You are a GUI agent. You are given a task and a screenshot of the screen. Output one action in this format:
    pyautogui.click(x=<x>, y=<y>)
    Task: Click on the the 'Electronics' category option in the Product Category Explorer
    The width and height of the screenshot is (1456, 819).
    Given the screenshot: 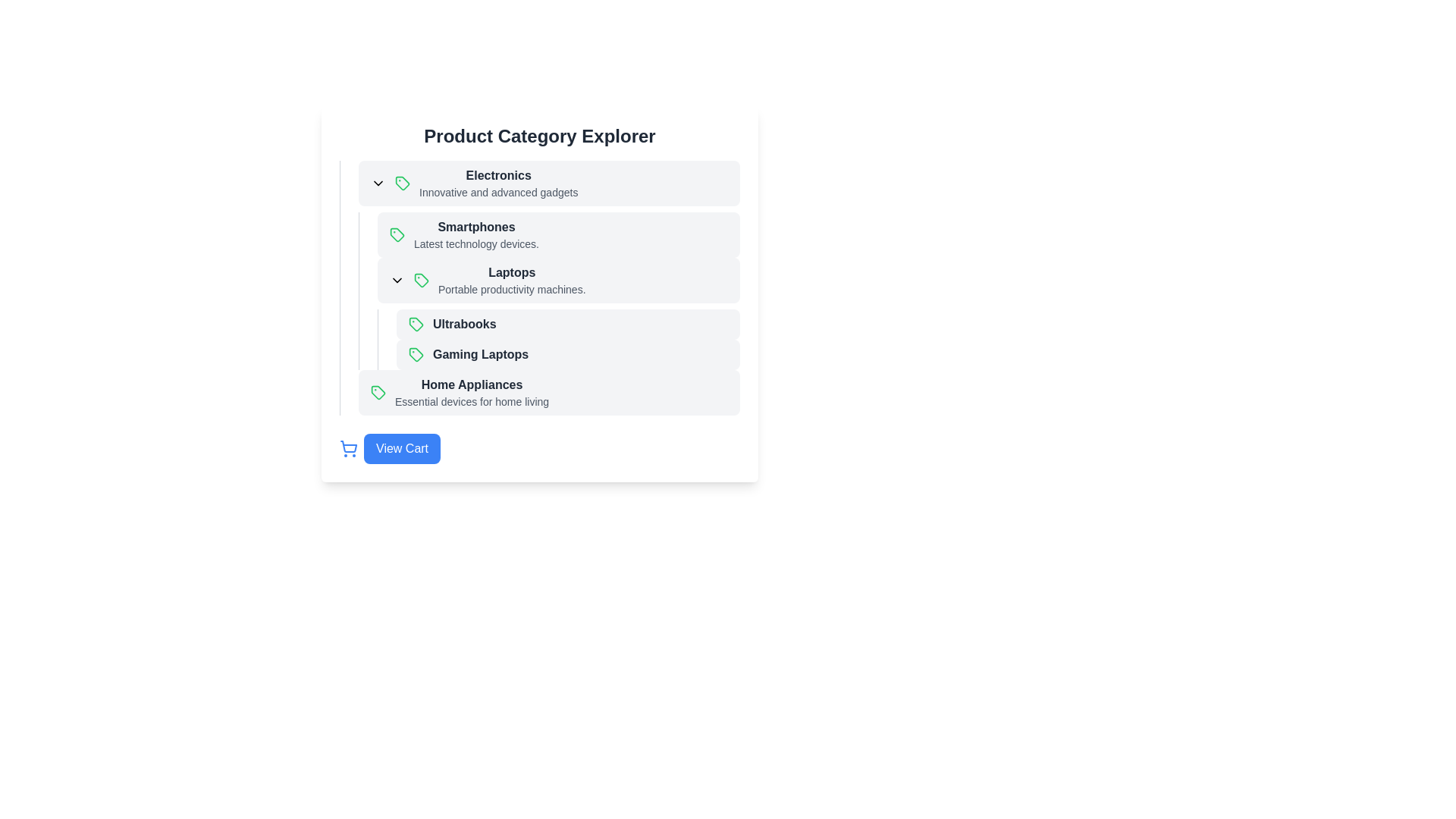 What is the action you would take?
    pyautogui.click(x=498, y=183)
    